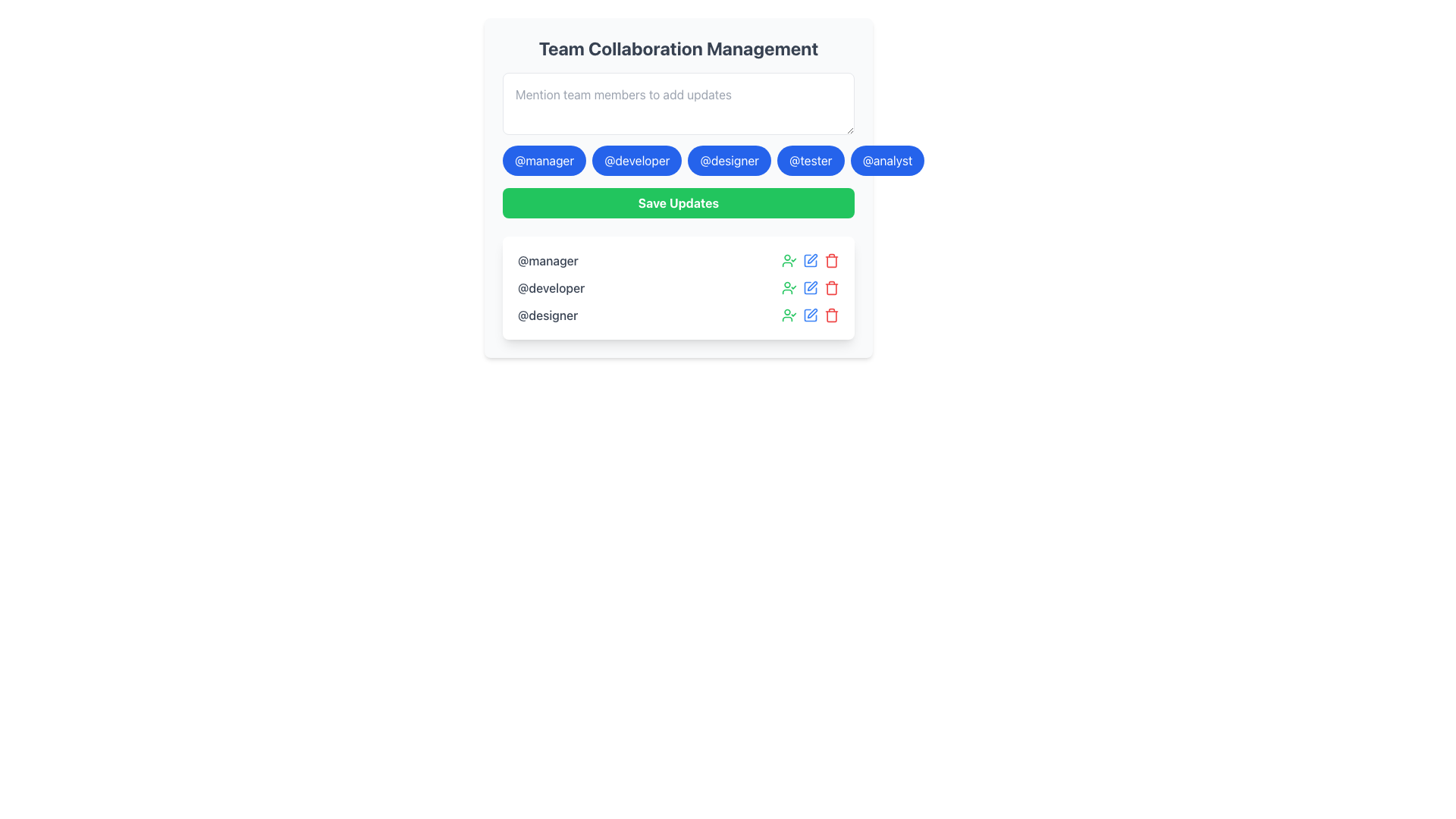 Image resolution: width=1456 pixels, height=819 pixels. Describe the element at coordinates (831, 259) in the screenshot. I see `the red trash bin icon button located in the lower-right corner of the action icon group for the row labeled '@designer'` at that location.